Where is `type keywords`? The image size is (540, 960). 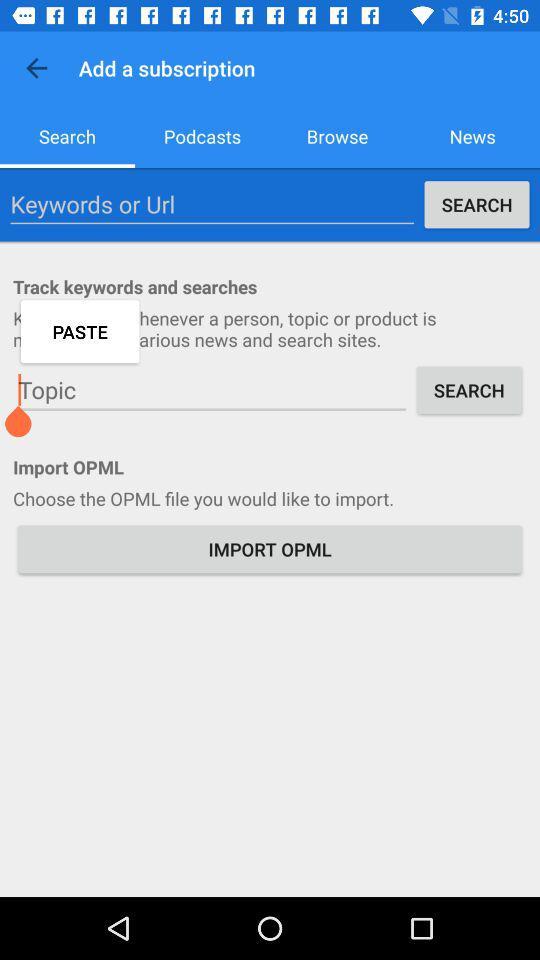
type keywords is located at coordinates (211, 204).